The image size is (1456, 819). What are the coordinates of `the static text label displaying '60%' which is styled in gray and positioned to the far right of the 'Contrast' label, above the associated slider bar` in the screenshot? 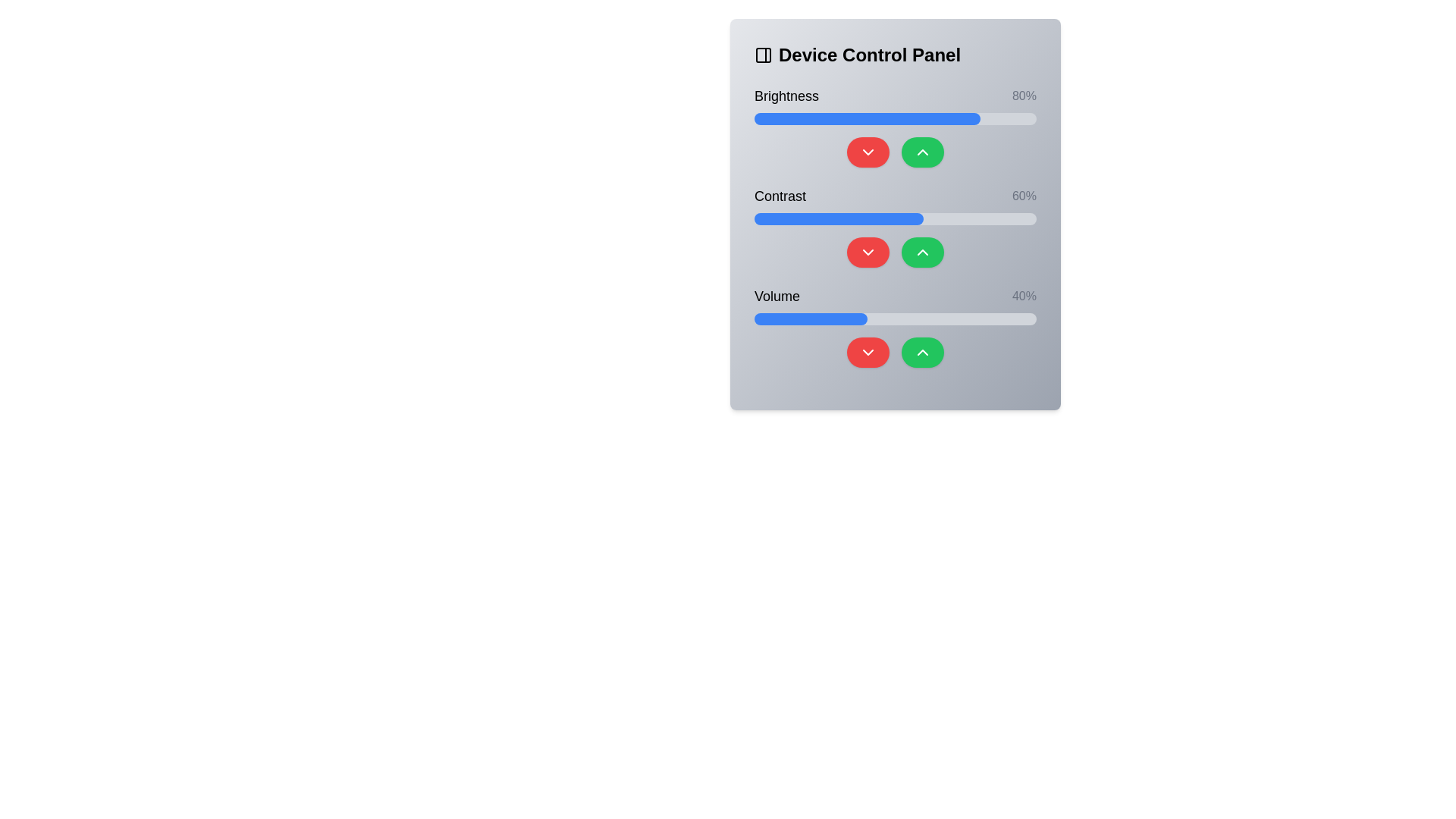 It's located at (1024, 195).